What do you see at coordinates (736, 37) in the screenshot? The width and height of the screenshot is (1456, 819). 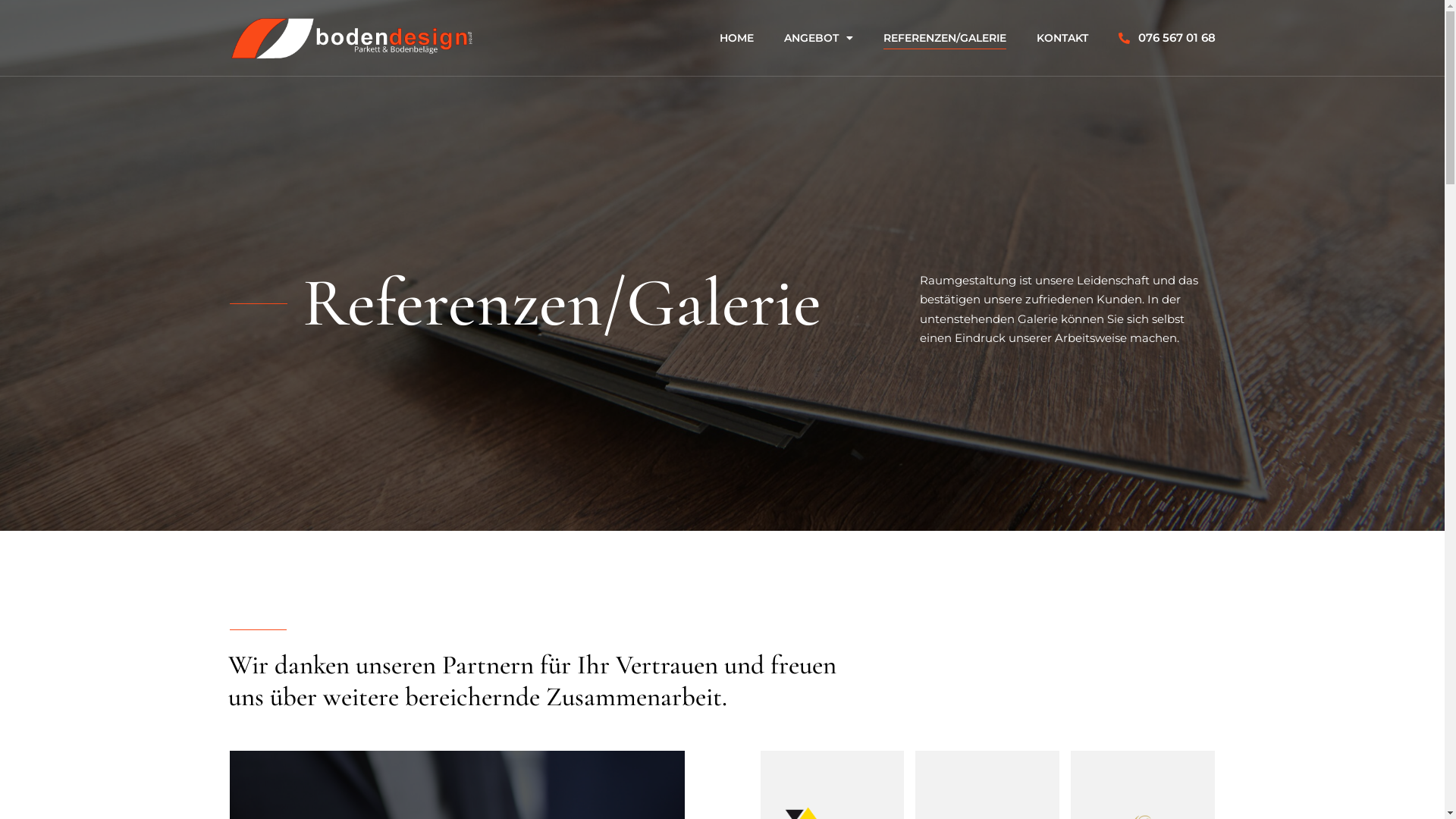 I see `'HOME'` at bounding box center [736, 37].